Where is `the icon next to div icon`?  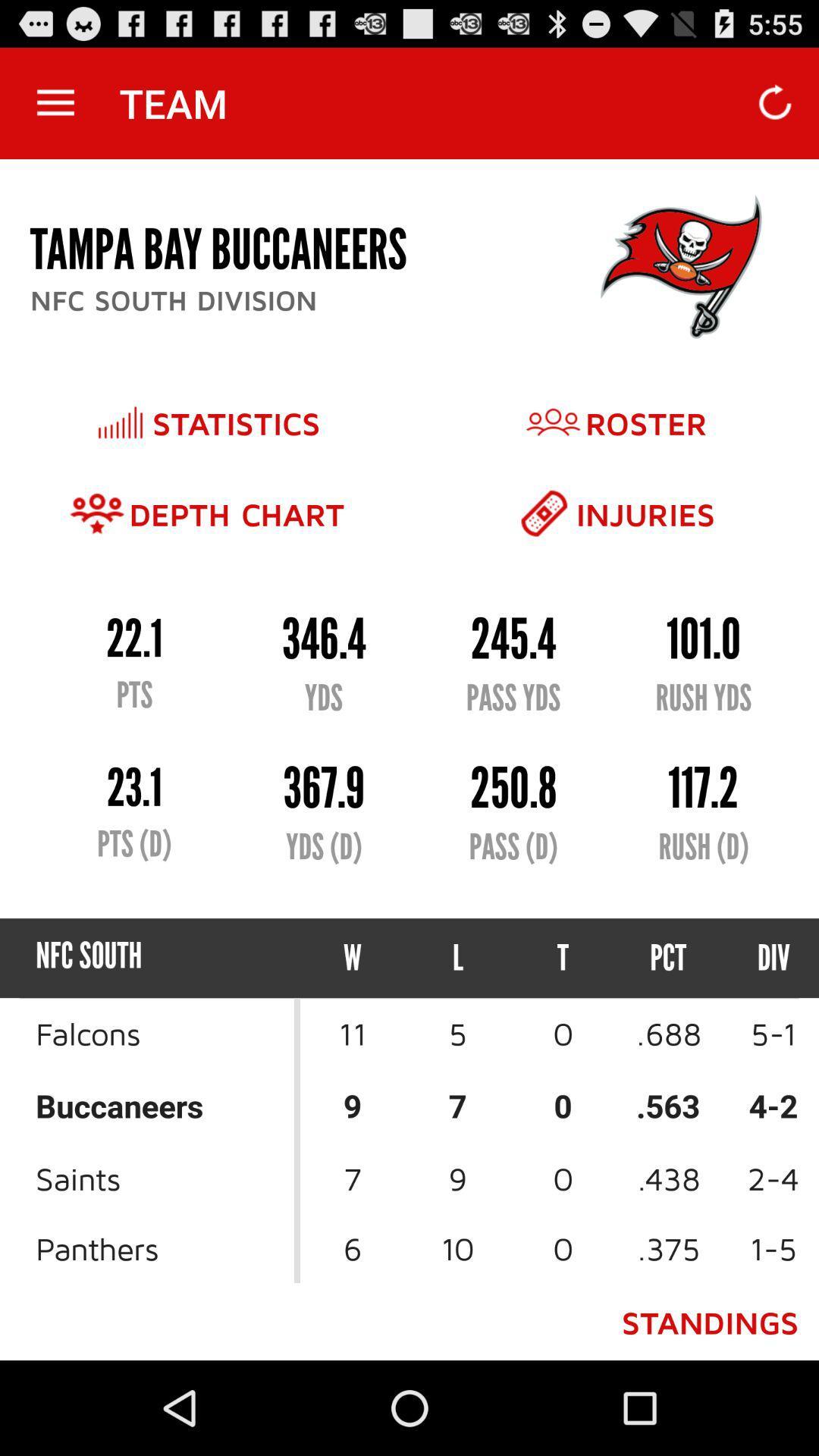 the icon next to div icon is located at coordinates (667, 957).